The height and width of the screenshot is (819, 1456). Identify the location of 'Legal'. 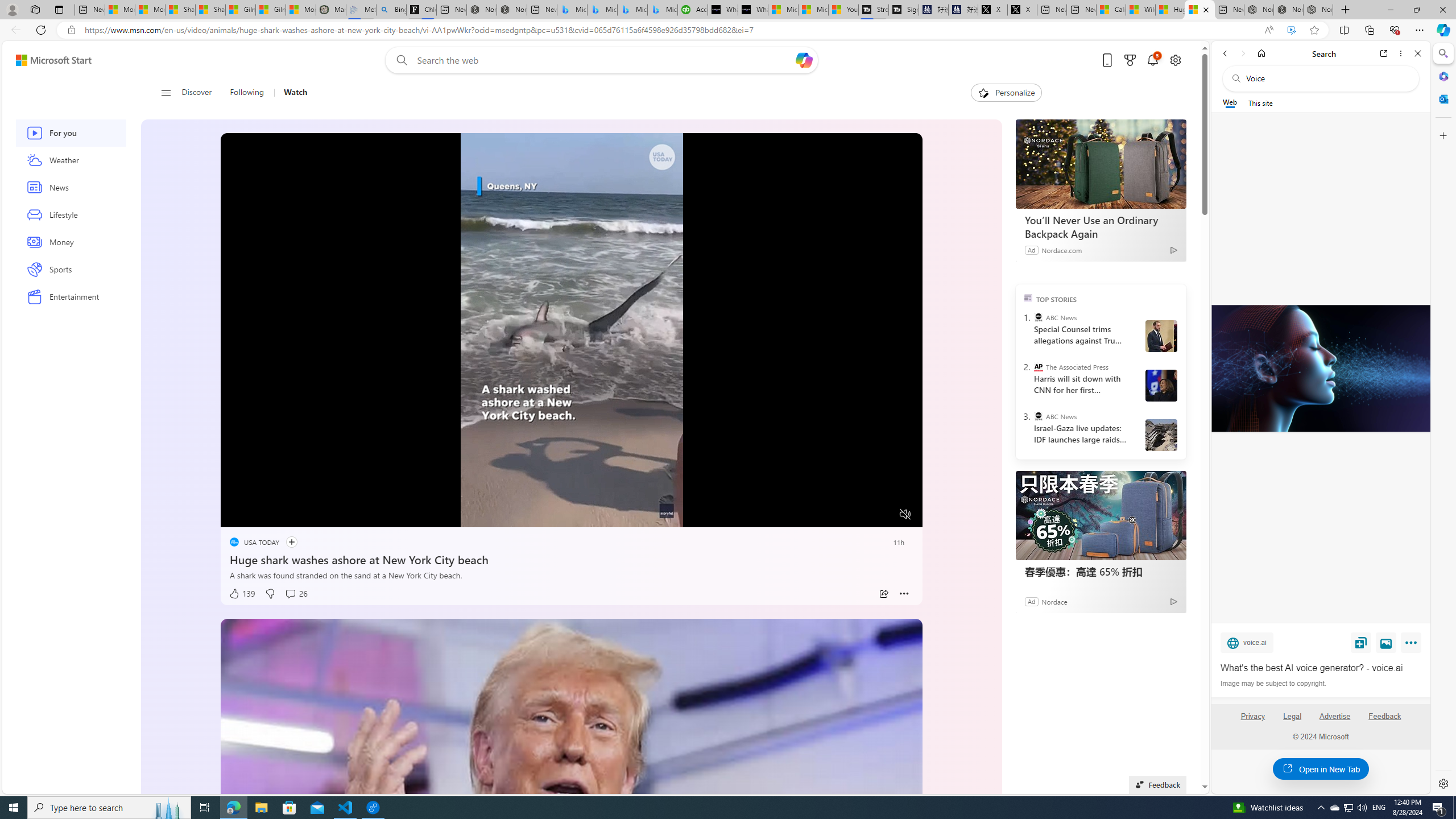
(1292, 721).